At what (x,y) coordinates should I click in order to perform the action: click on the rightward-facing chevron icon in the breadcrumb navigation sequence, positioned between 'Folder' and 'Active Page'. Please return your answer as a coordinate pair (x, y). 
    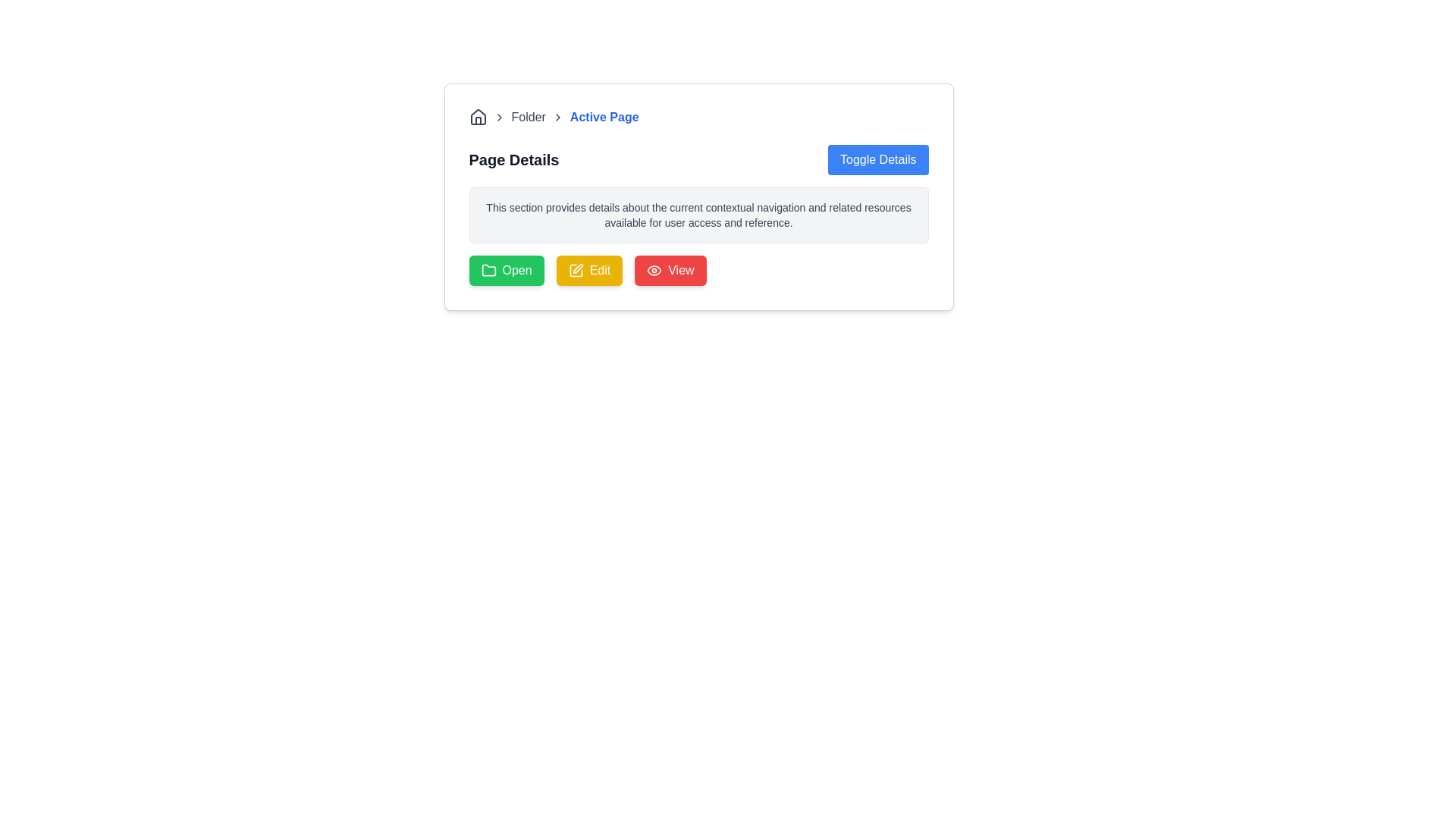
    Looking at the image, I should click on (557, 116).